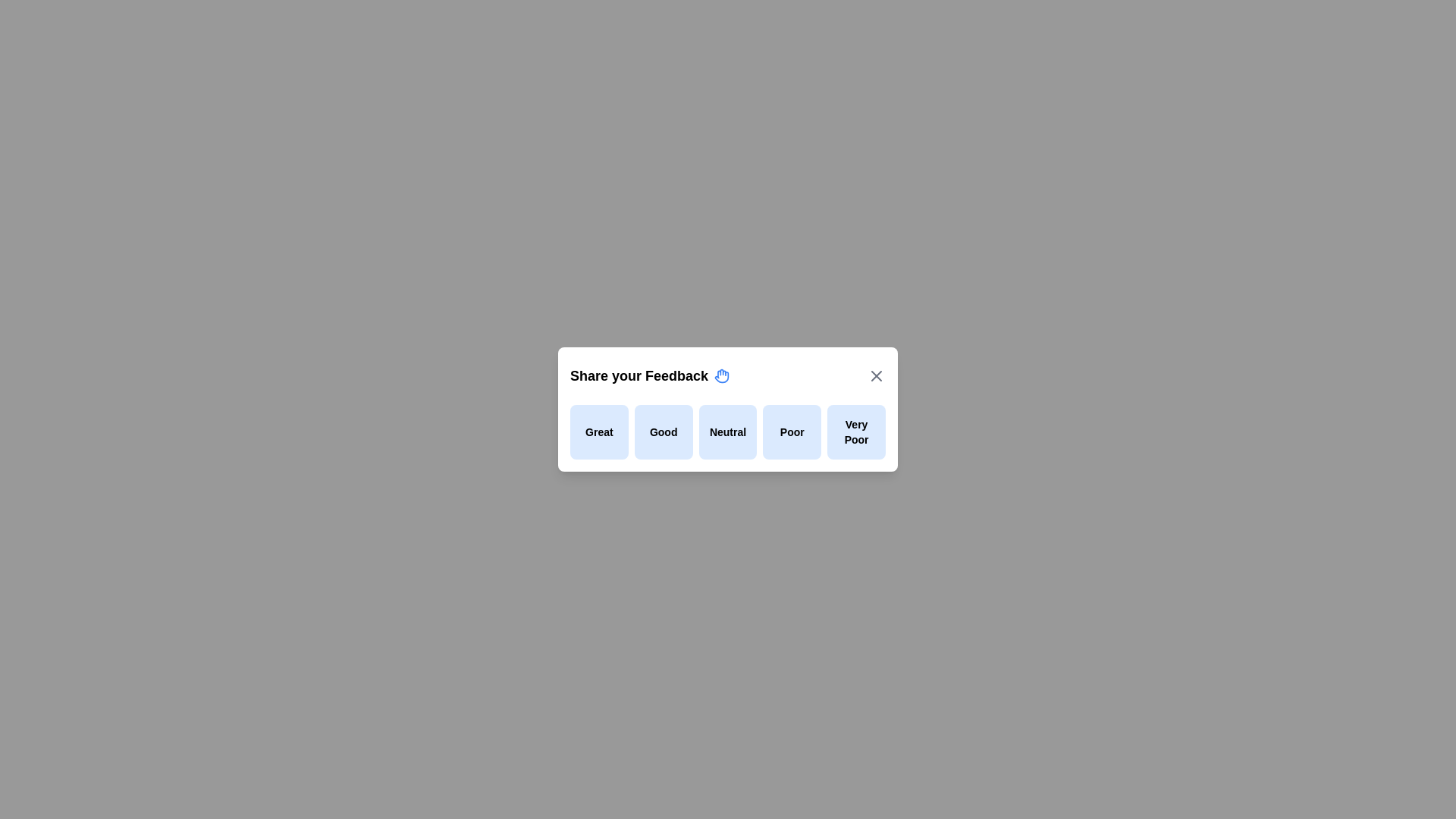  I want to click on the feedback option Great, so click(598, 432).